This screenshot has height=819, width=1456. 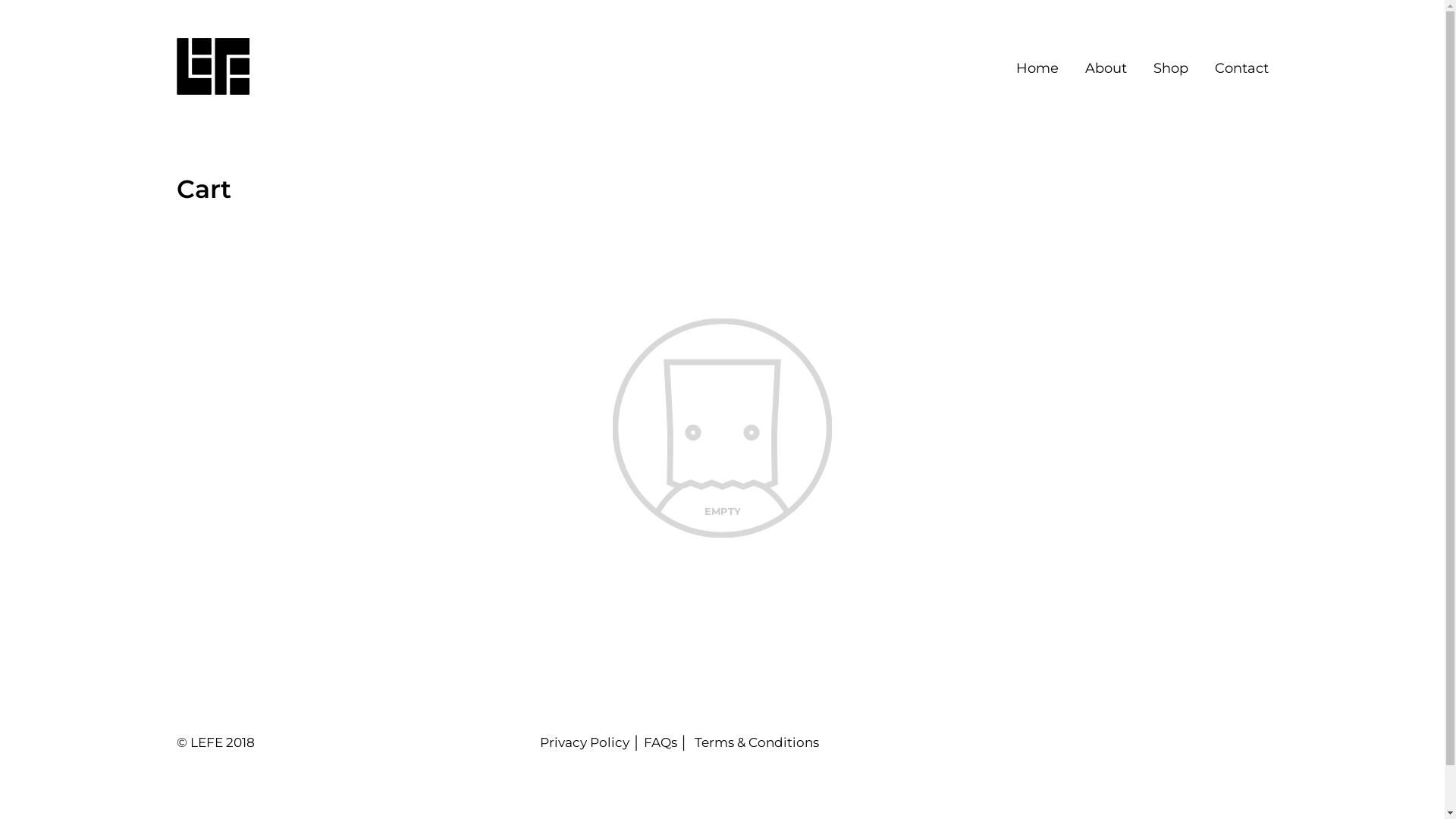 What do you see at coordinates (757, 742) in the screenshot?
I see `'Terms & Conditions'` at bounding box center [757, 742].